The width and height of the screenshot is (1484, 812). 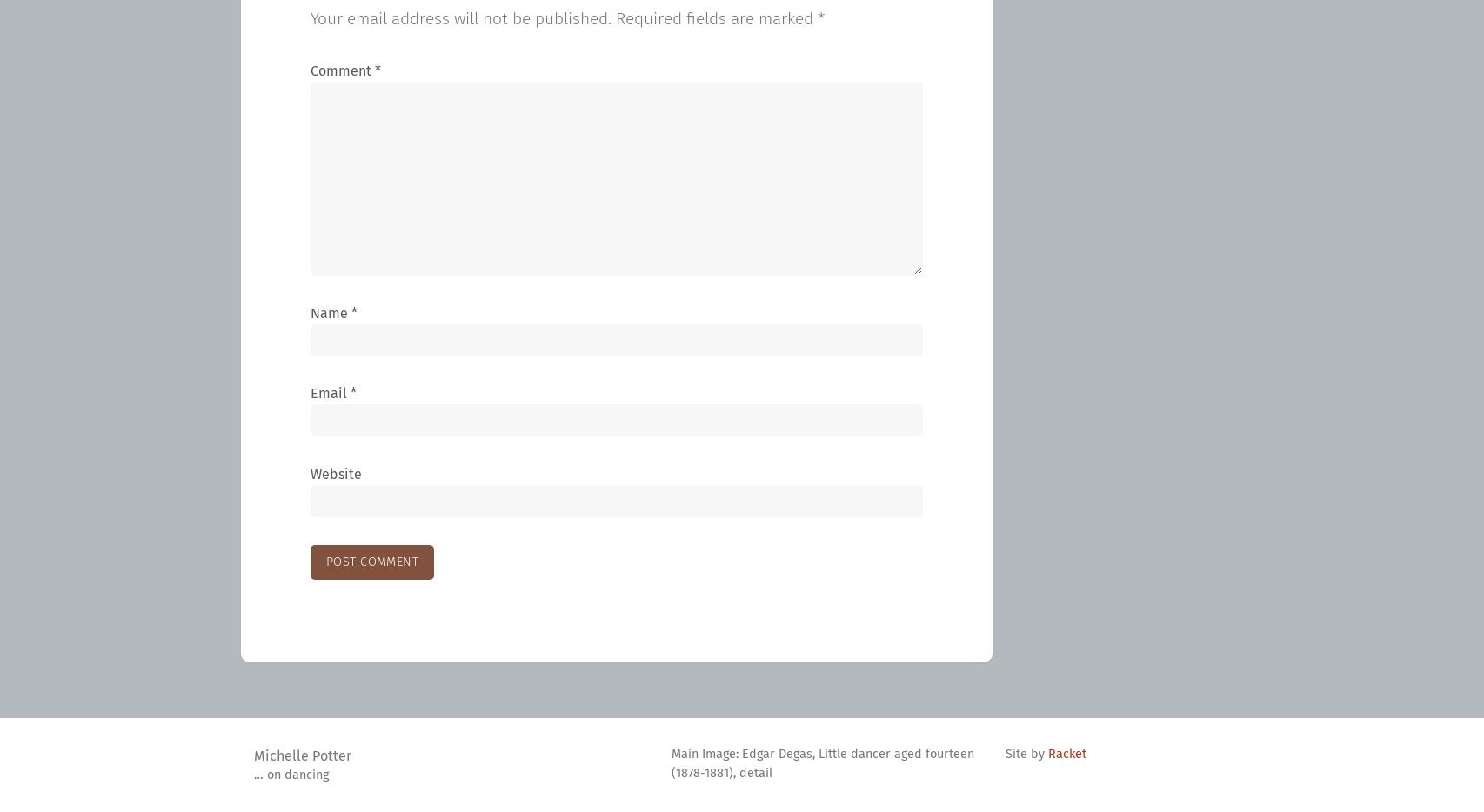 I want to click on 'Website', so click(x=336, y=473).